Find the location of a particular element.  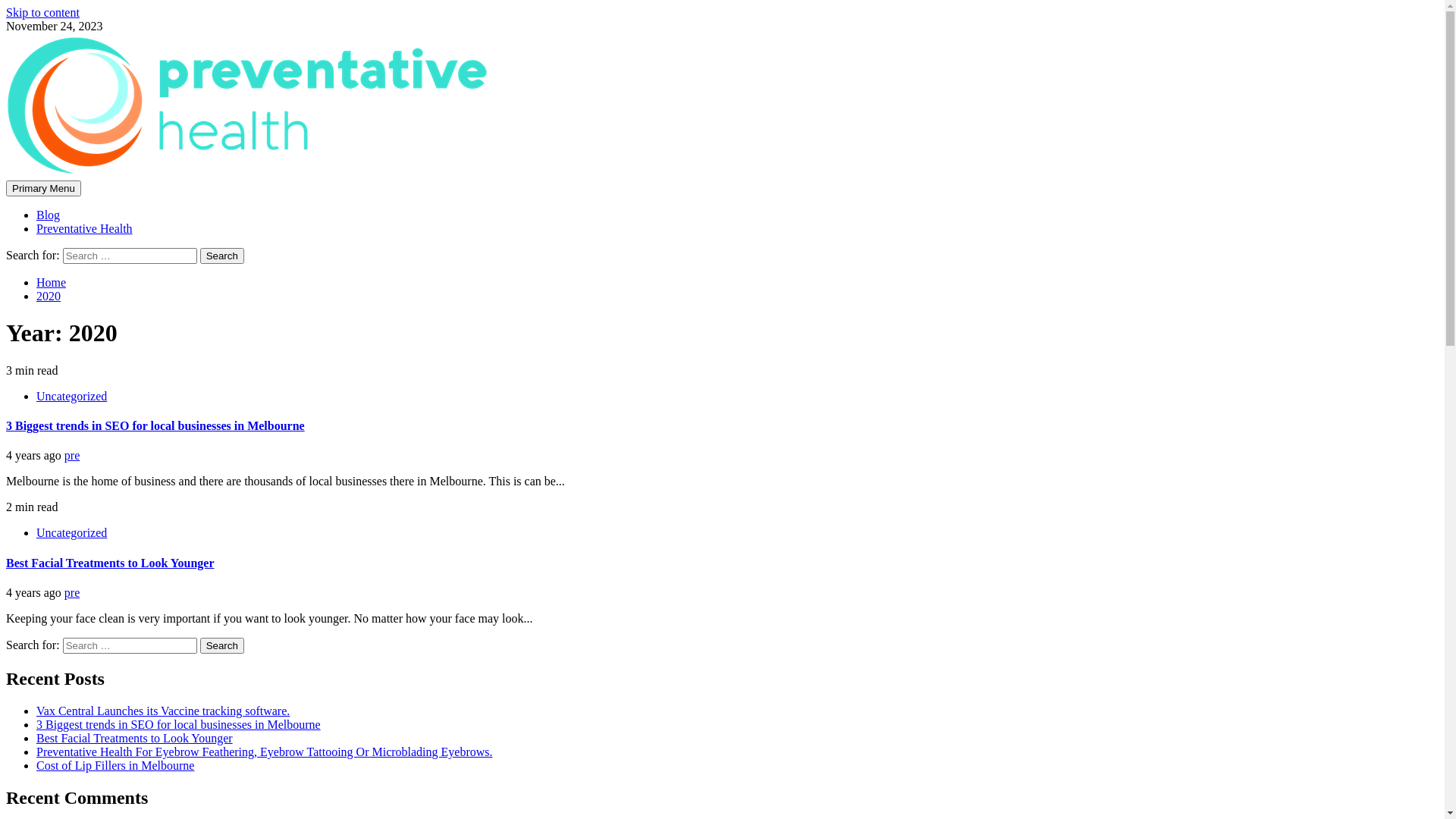

'Blog' is located at coordinates (48, 215).